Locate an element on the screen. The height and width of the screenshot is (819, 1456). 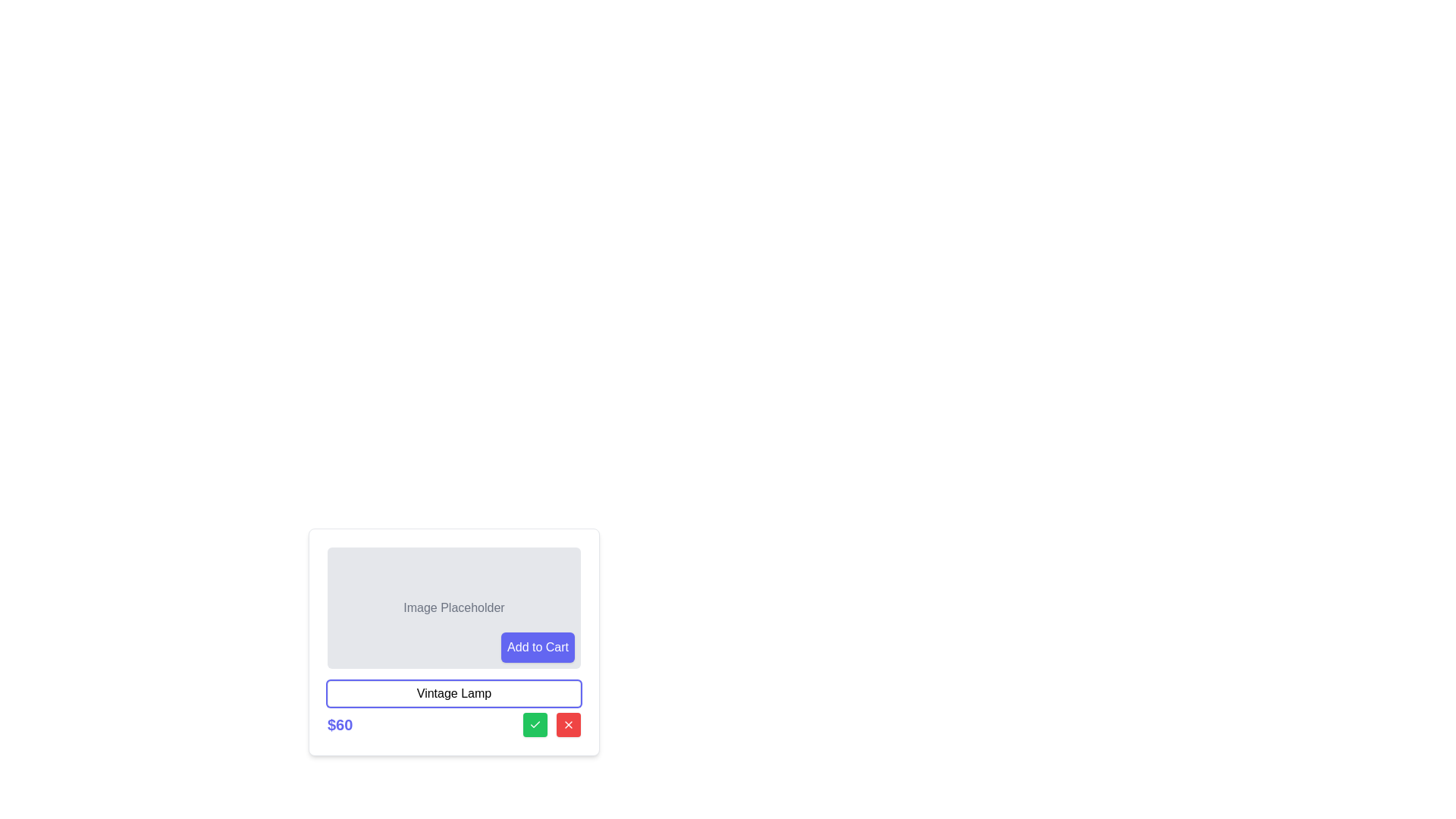
the 'Add to Cart' button, which is an indigo rectangular button with white text and rounded corners, to observe the style change is located at coordinates (538, 647).